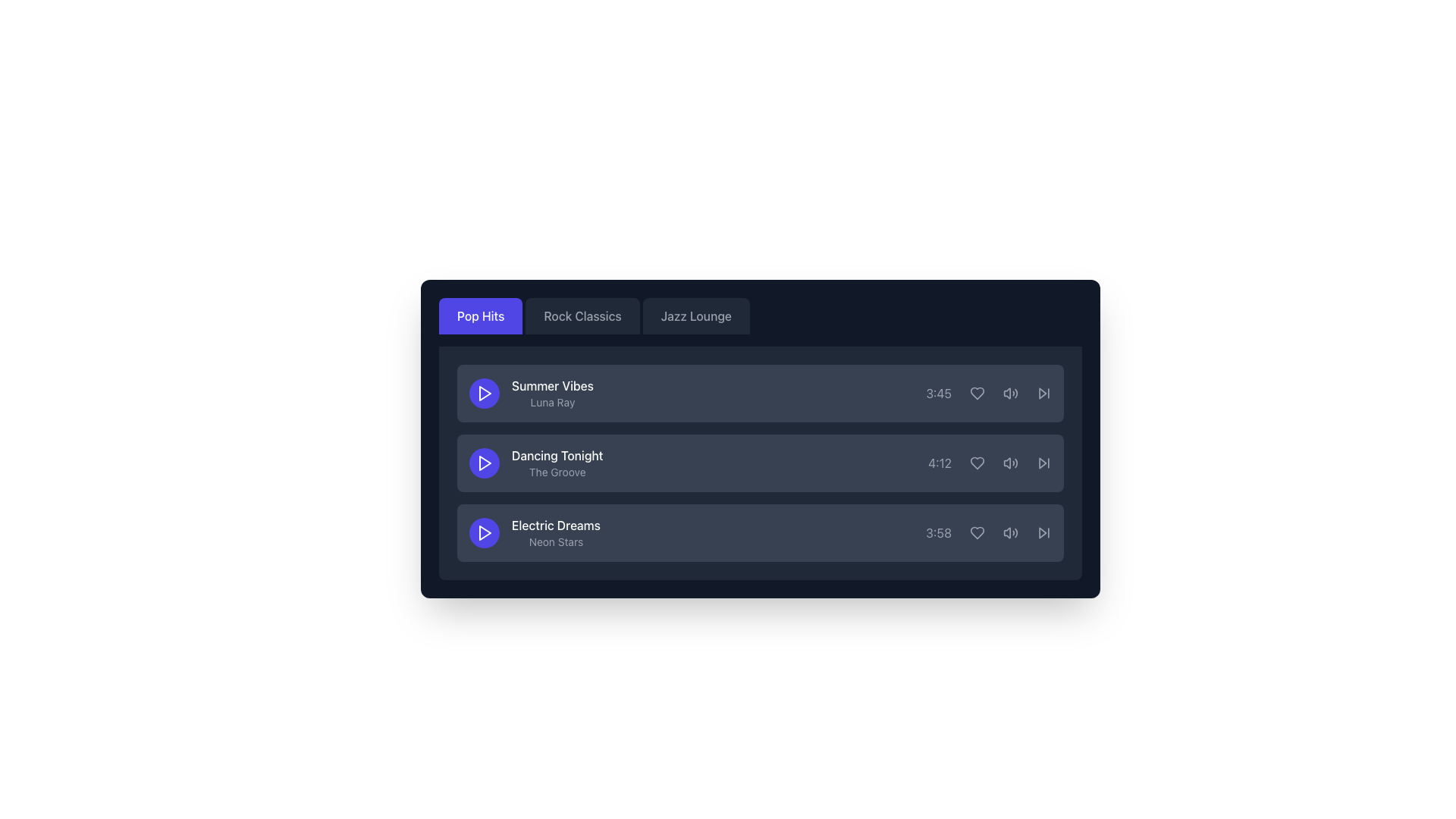  I want to click on the favorite button for the song 'Summer Vibes', located to the right of the text displaying '3:45' and slightly left of a sound icon, so click(977, 393).